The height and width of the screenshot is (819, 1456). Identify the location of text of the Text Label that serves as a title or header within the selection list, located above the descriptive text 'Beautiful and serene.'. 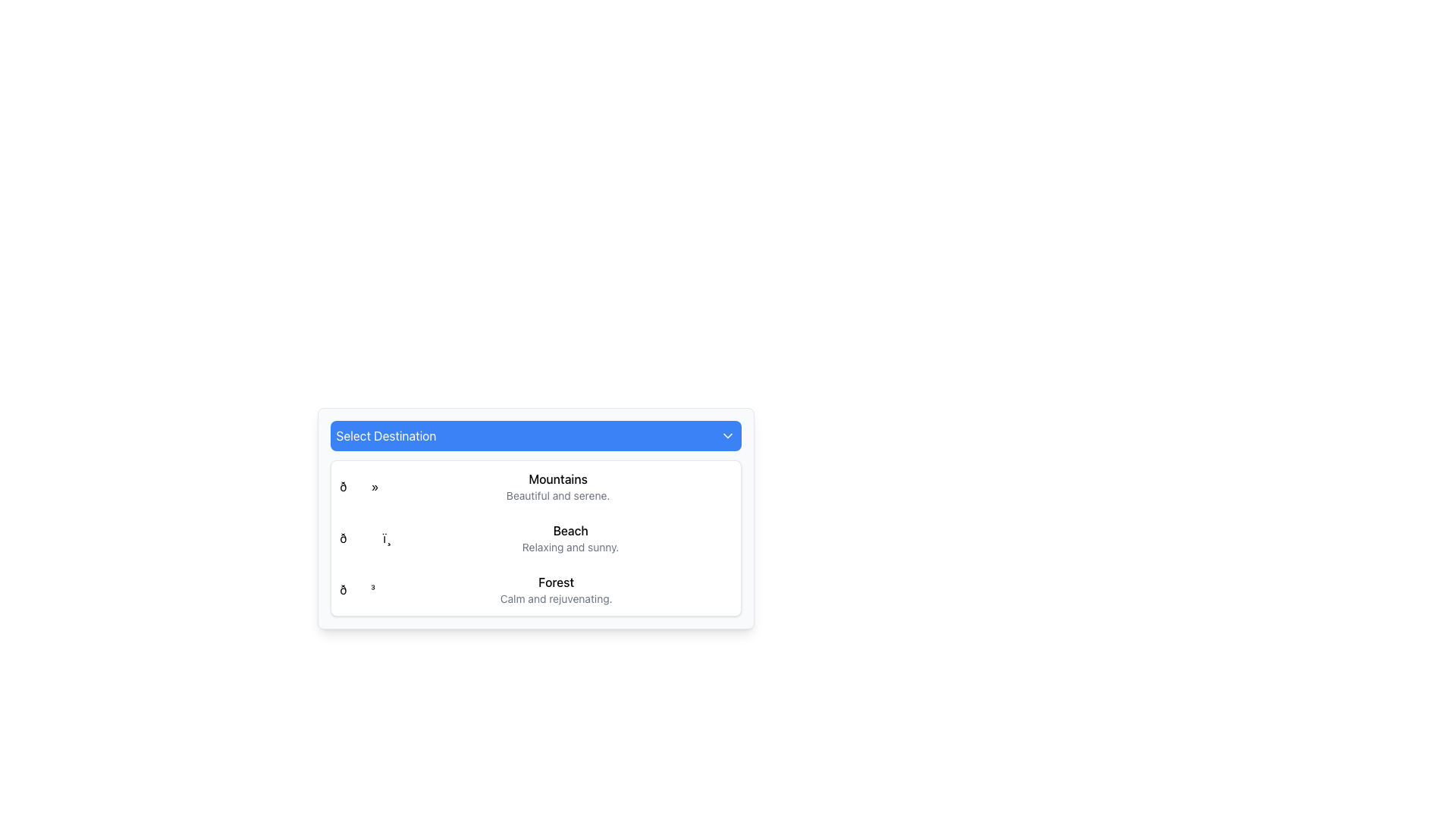
(557, 479).